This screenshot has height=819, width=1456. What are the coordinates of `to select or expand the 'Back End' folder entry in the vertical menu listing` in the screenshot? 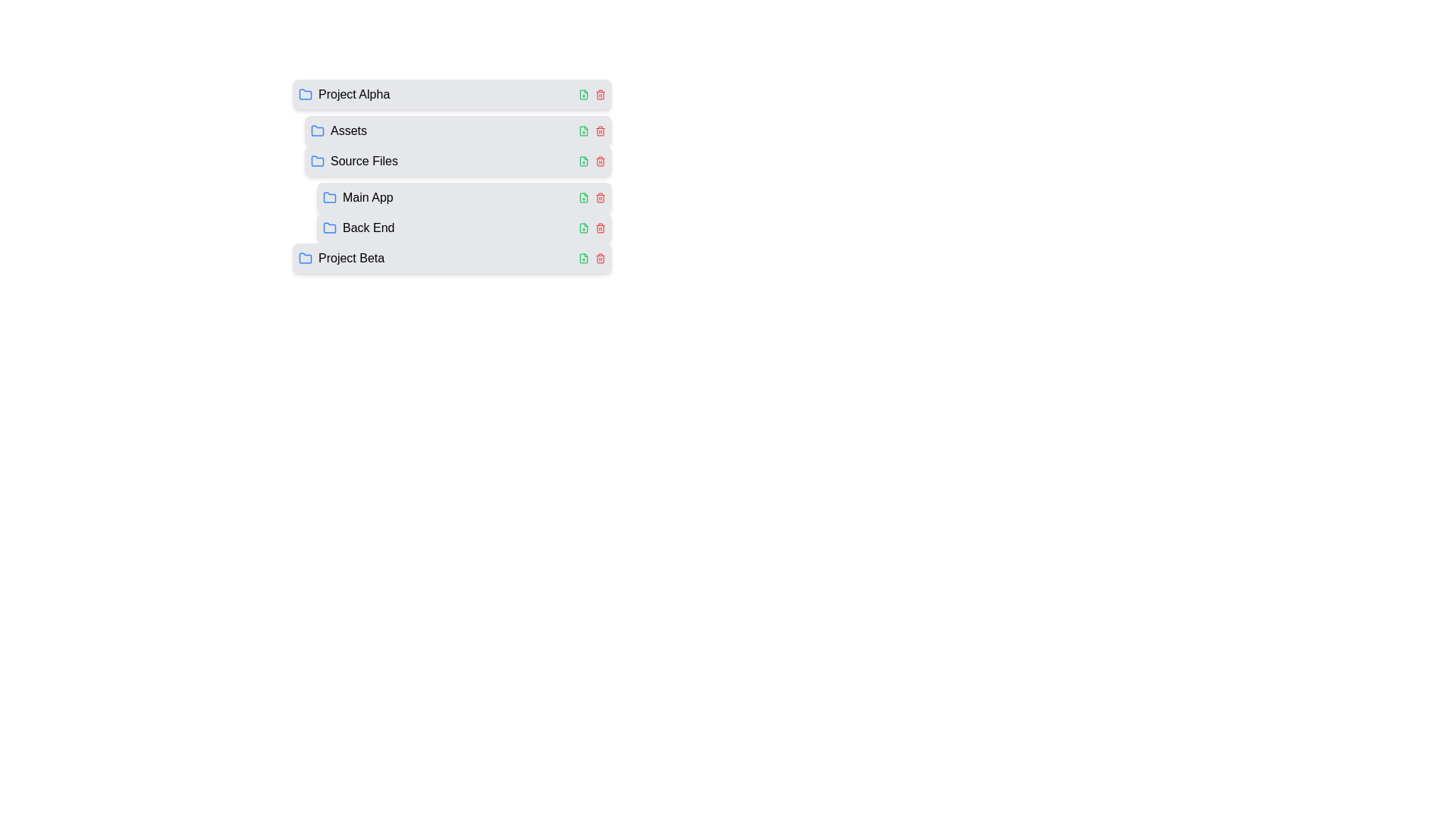 It's located at (463, 227).